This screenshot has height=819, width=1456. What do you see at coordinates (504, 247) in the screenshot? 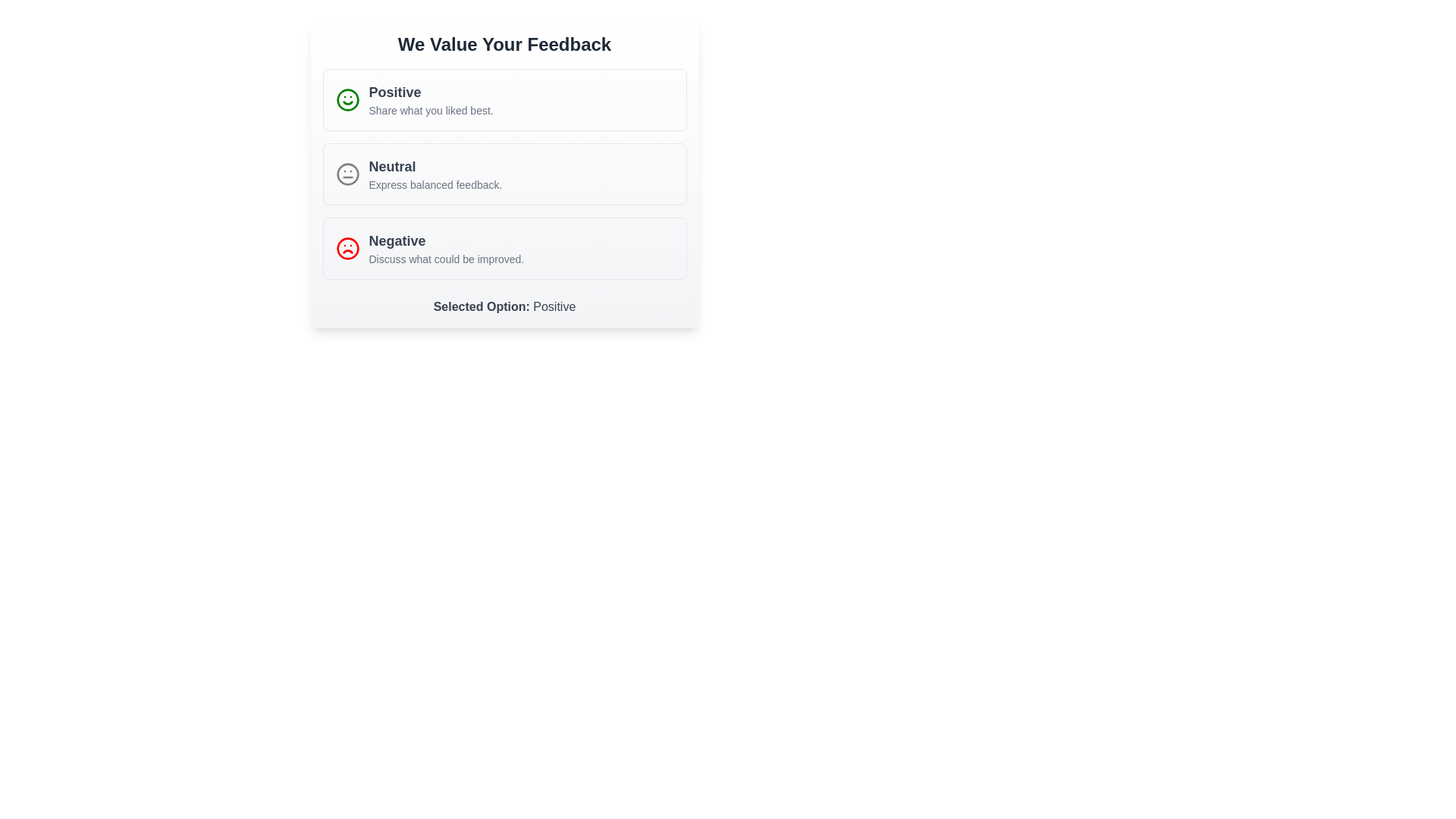
I see `the selectable card for negative feedback using keyboard navigation` at bounding box center [504, 247].